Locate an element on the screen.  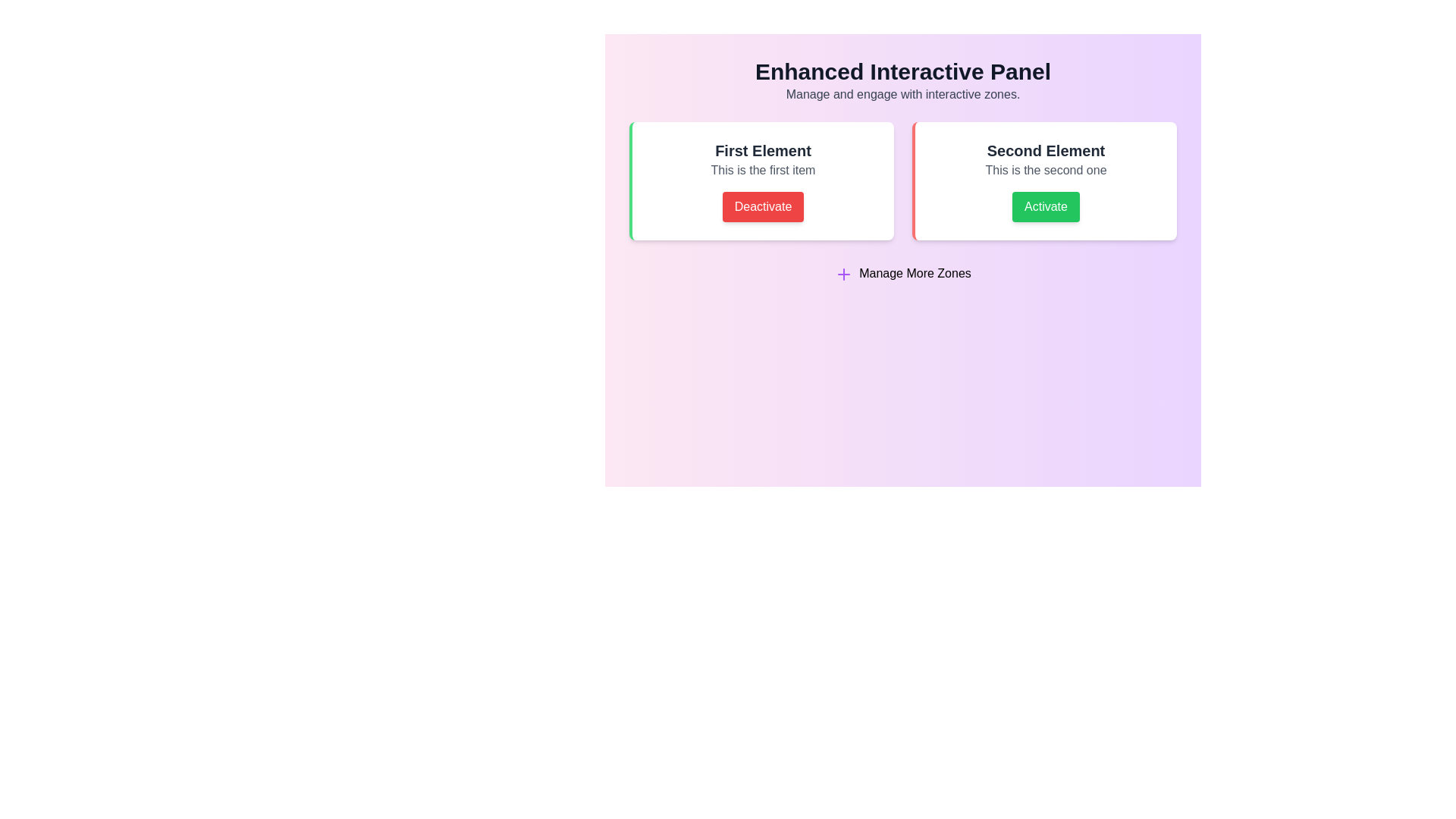
the static descriptive text that provides supplementary information about managing and interacting with zones, positioned directly below the 'Enhanced Interactive Panel' heading is located at coordinates (902, 94).